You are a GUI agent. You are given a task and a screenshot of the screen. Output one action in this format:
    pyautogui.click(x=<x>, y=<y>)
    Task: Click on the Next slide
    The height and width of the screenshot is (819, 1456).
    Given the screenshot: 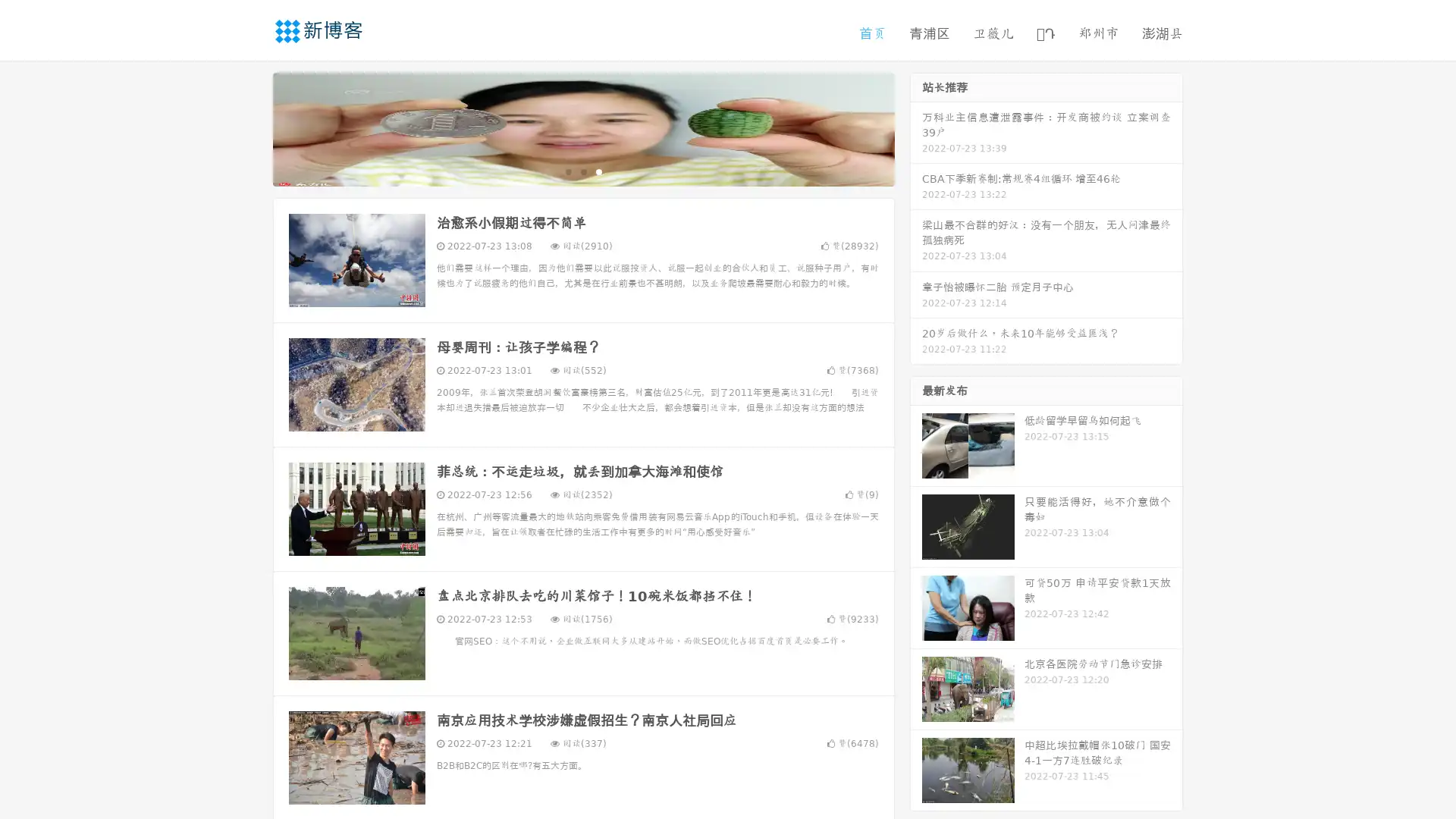 What is the action you would take?
    pyautogui.click(x=916, y=127)
    